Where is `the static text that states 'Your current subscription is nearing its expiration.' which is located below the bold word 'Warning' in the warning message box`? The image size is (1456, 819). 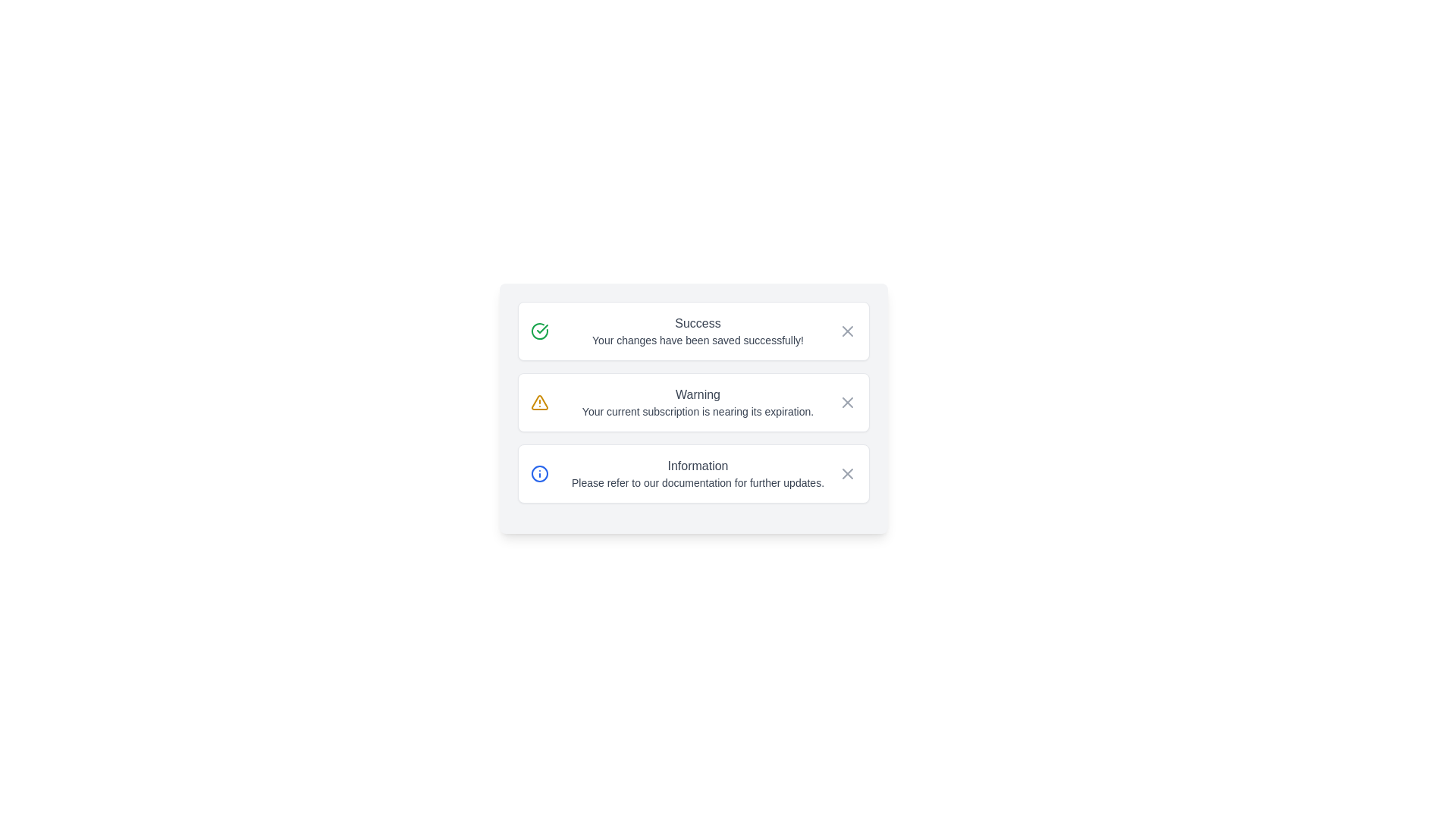 the static text that states 'Your current subscription is nearing its expiration.' which is located below the bold word 'Warning' in the warning message box is located at coordinates (697, 412).